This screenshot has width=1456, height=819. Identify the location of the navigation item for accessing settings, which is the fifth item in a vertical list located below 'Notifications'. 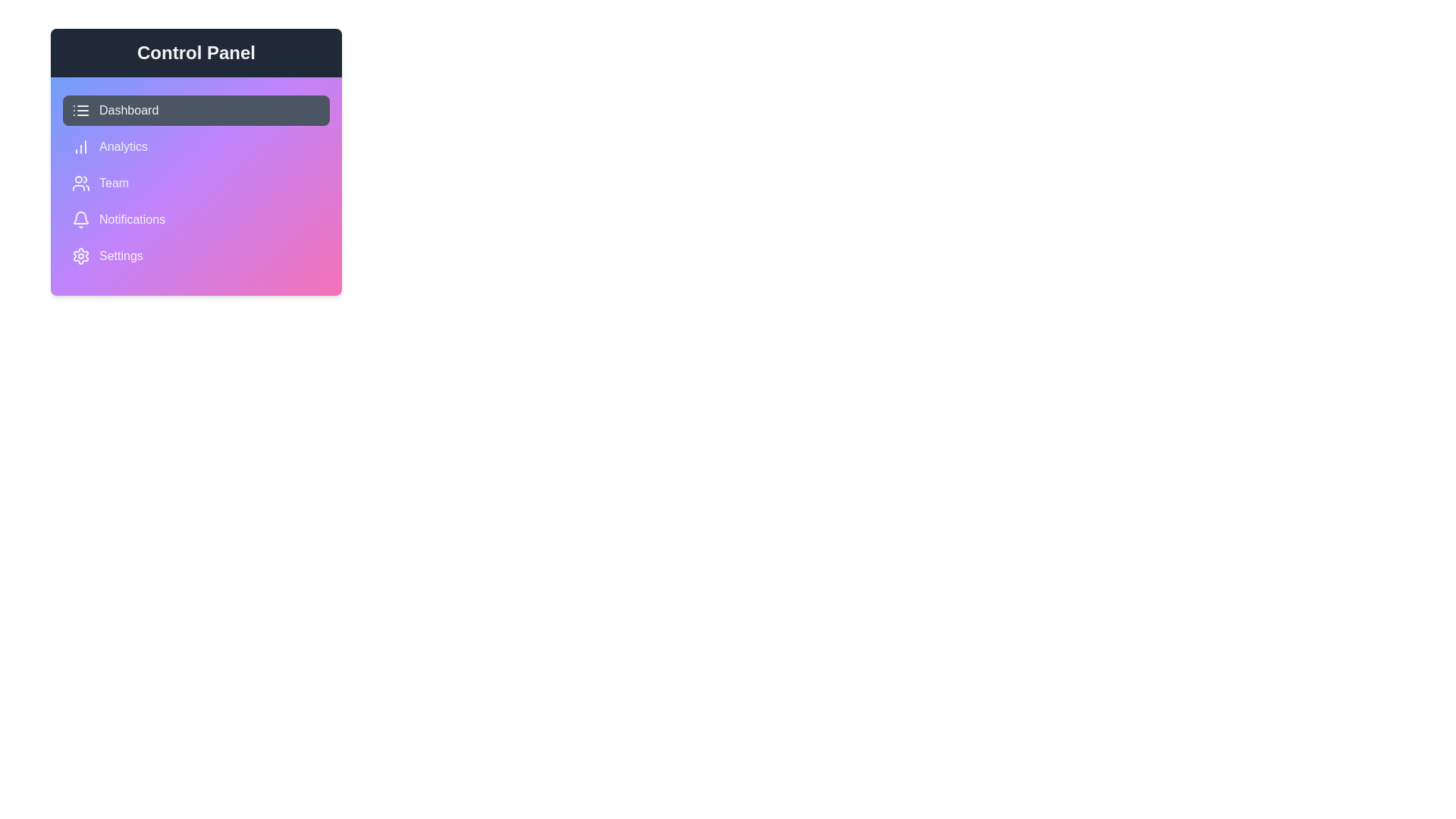
(196, 256).